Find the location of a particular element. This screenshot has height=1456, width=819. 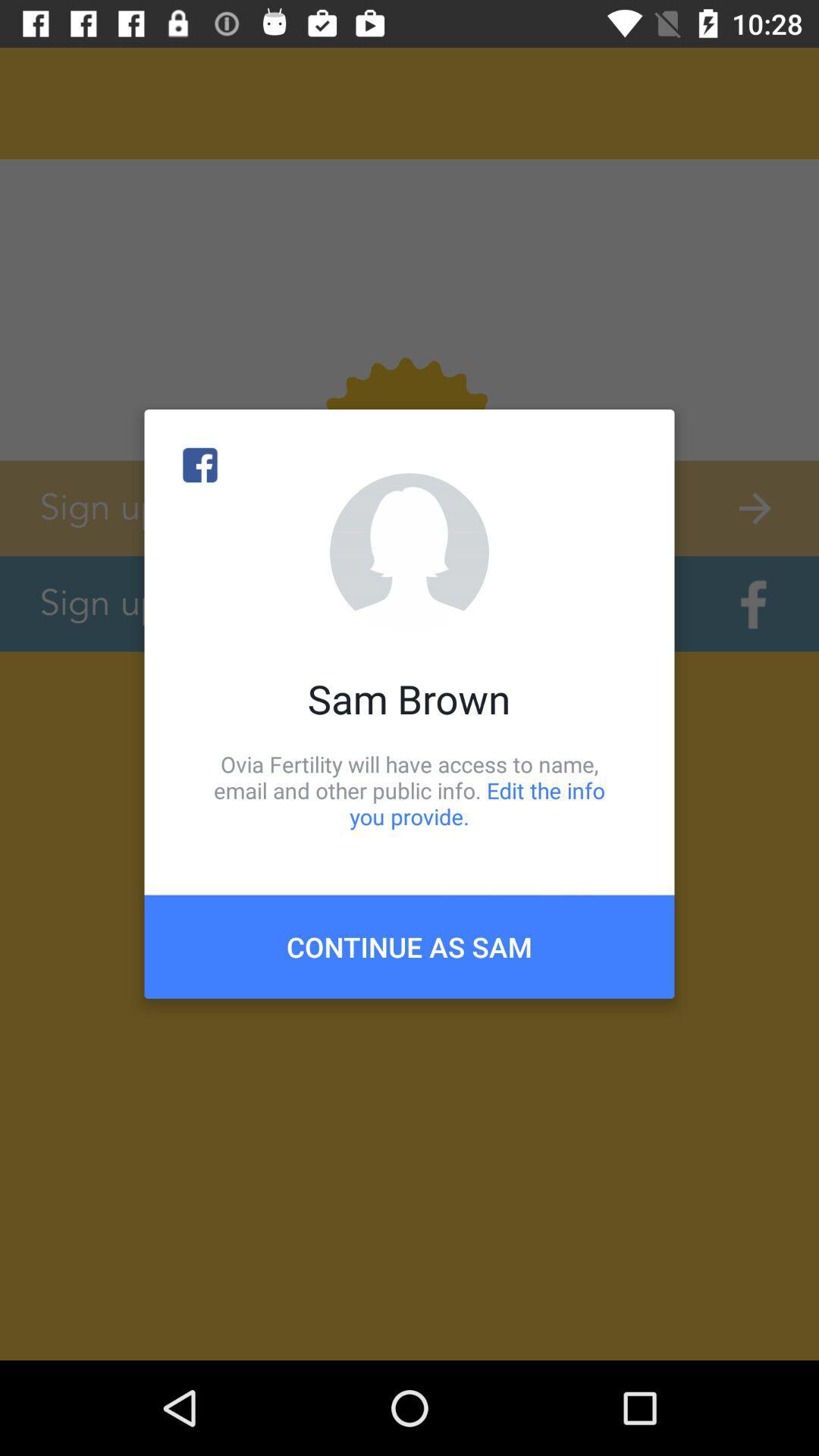

item below sam brown is located at coordinates (409, 789).